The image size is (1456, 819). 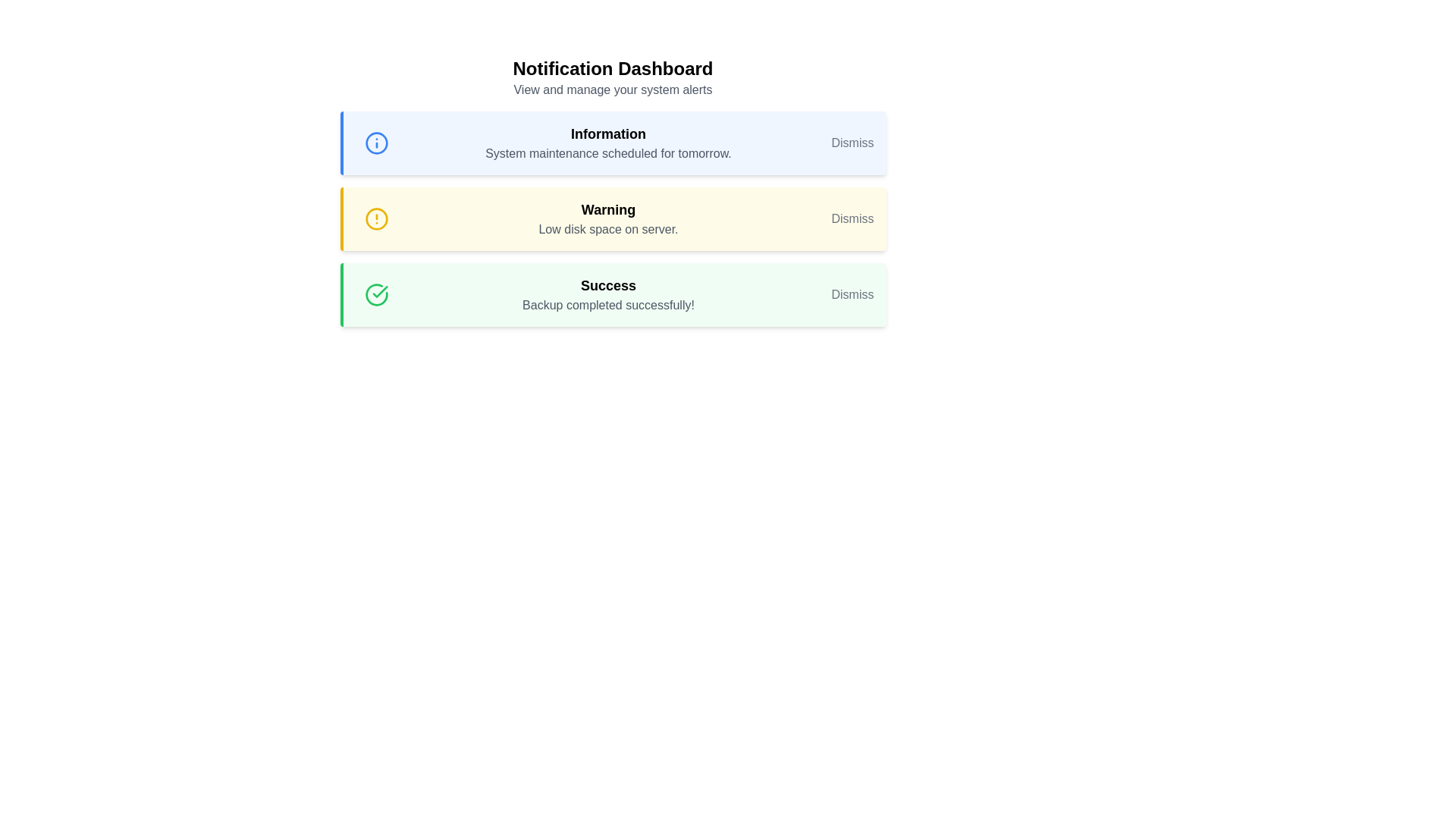 I want to click on the yellow circular outline of the warning notification icon, which is centered within the warning icon located to the left of the 'Warning' title, so click(x=376, y=219).